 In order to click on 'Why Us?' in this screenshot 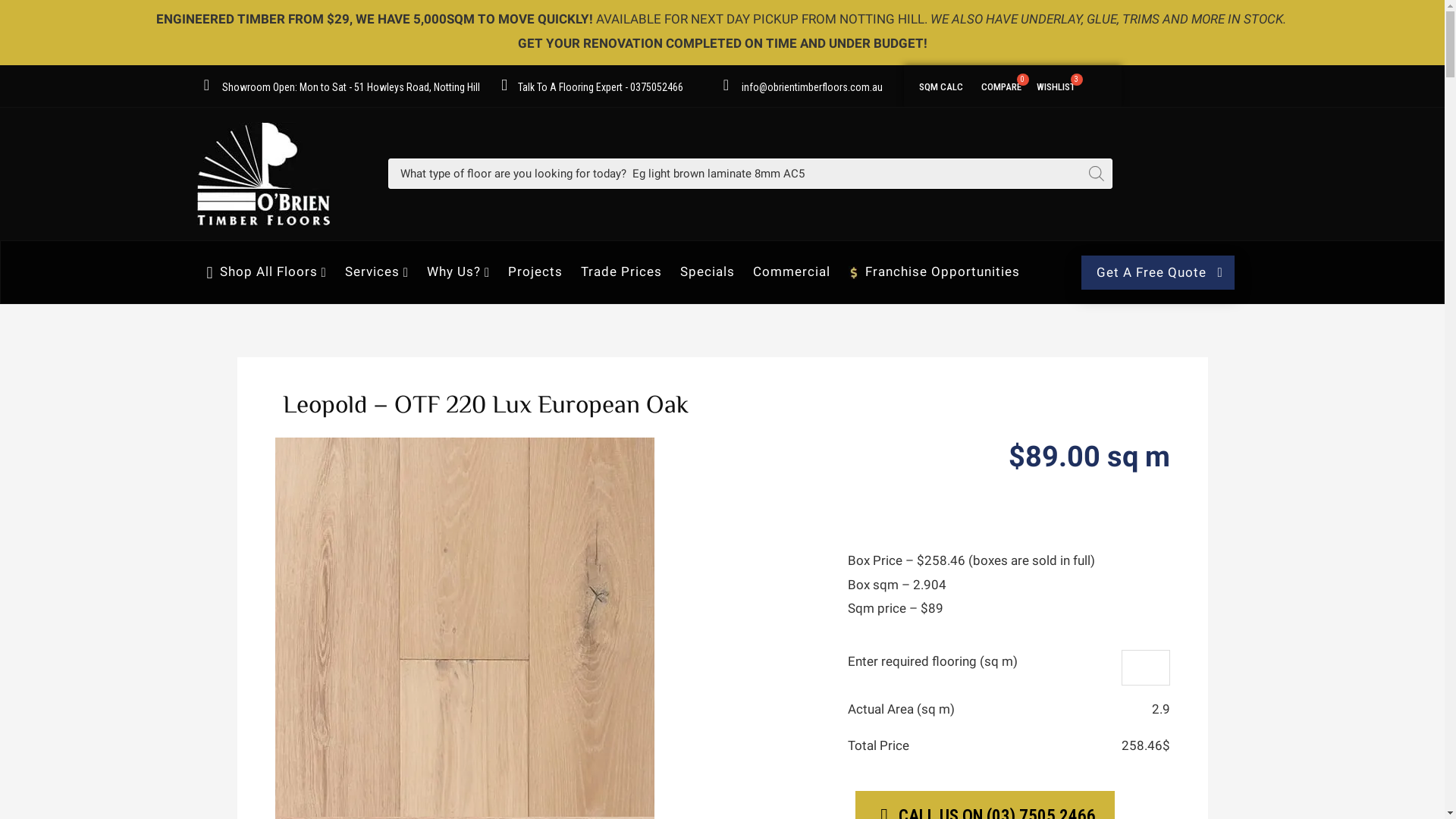, I will do `click(457, 271)`.